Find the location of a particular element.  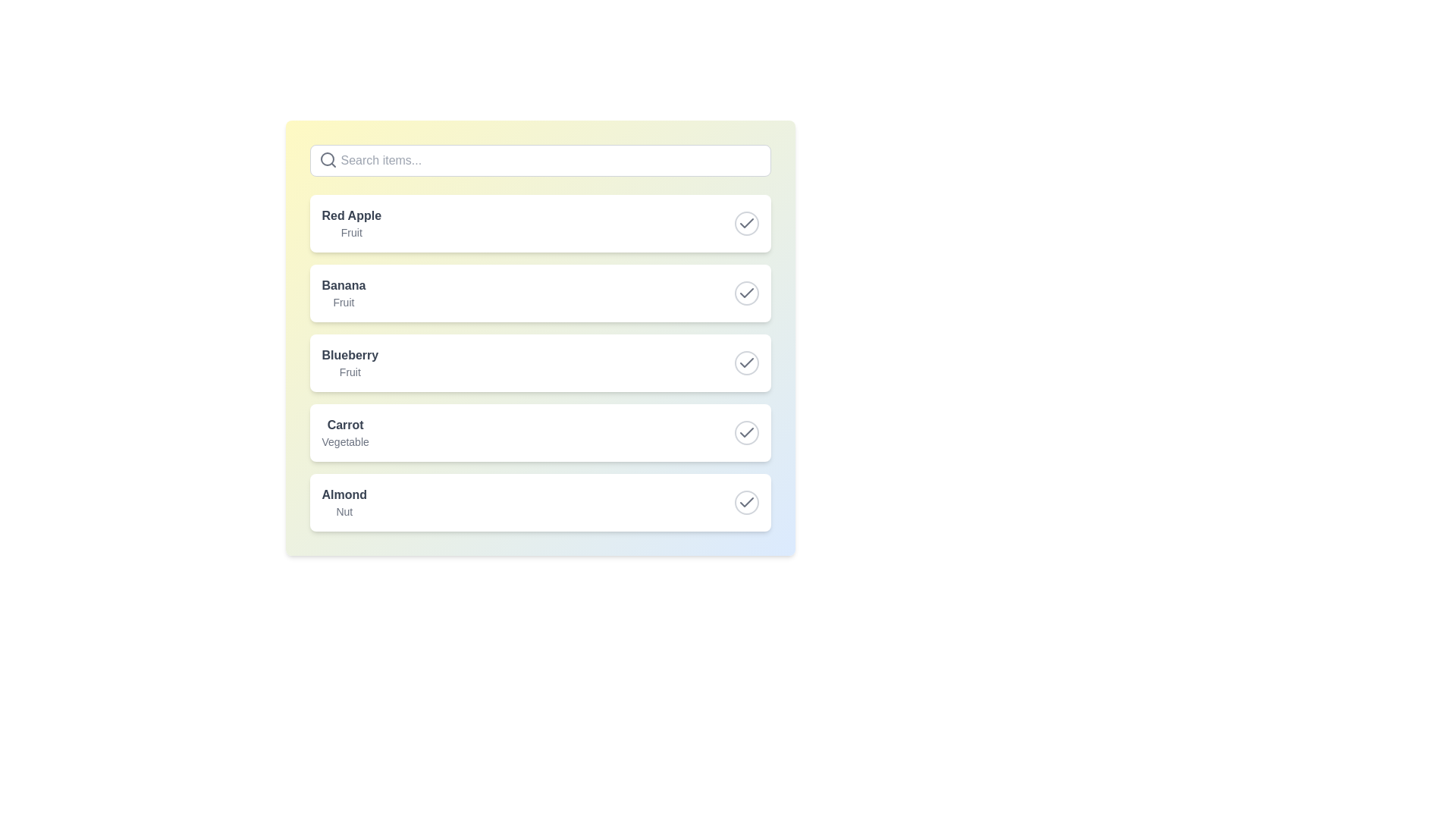

the checkmark icon indicating that the 'Blueberry' item has been selected or confirmed is located at coordinates (746, 362).